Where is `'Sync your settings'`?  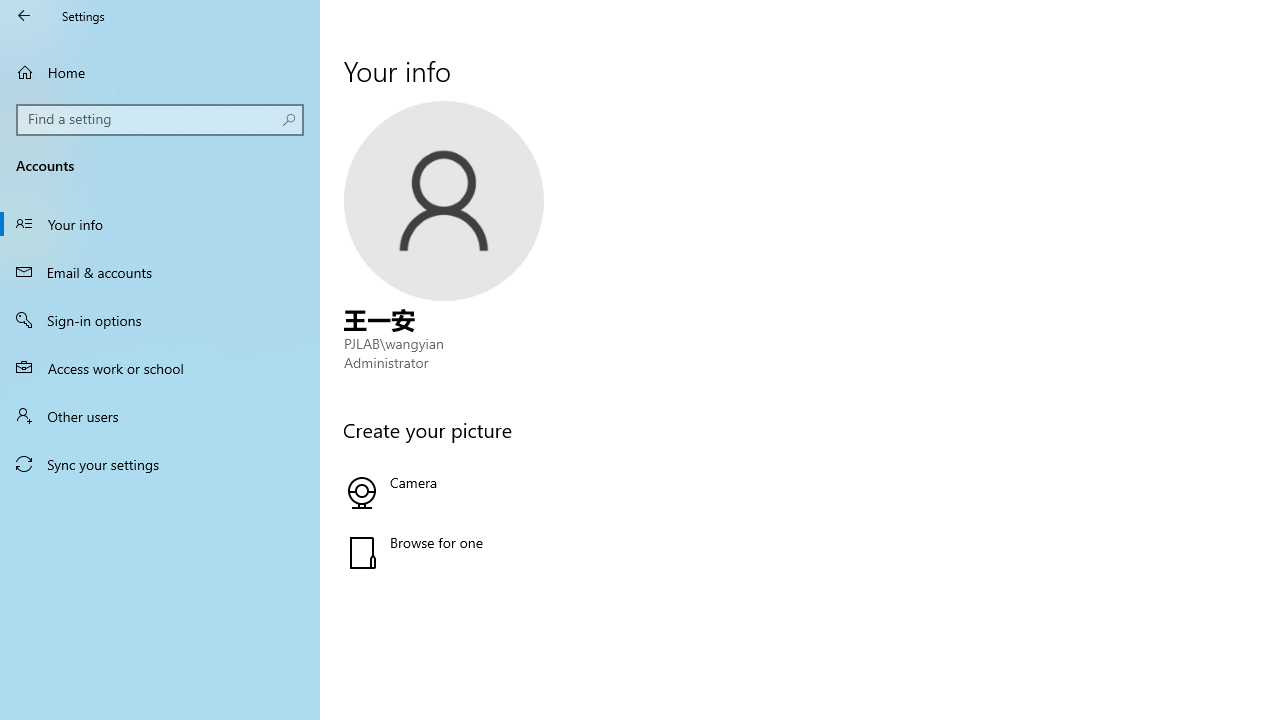
'Sync your settings' is located at coordinates (160, 464).